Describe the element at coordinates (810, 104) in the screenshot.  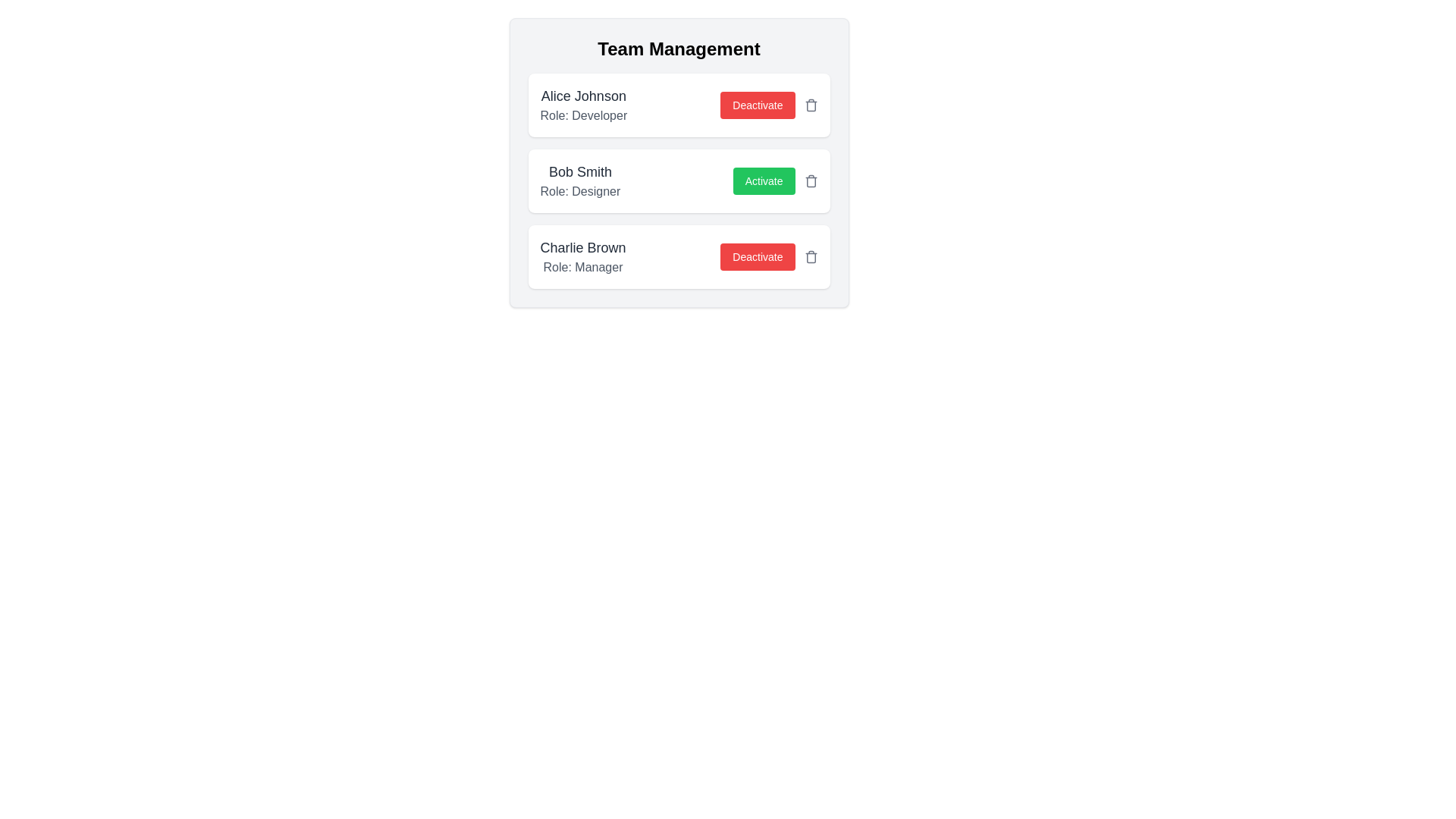
I see `trash icon button to remove the team member Alice Johnson` at that location.